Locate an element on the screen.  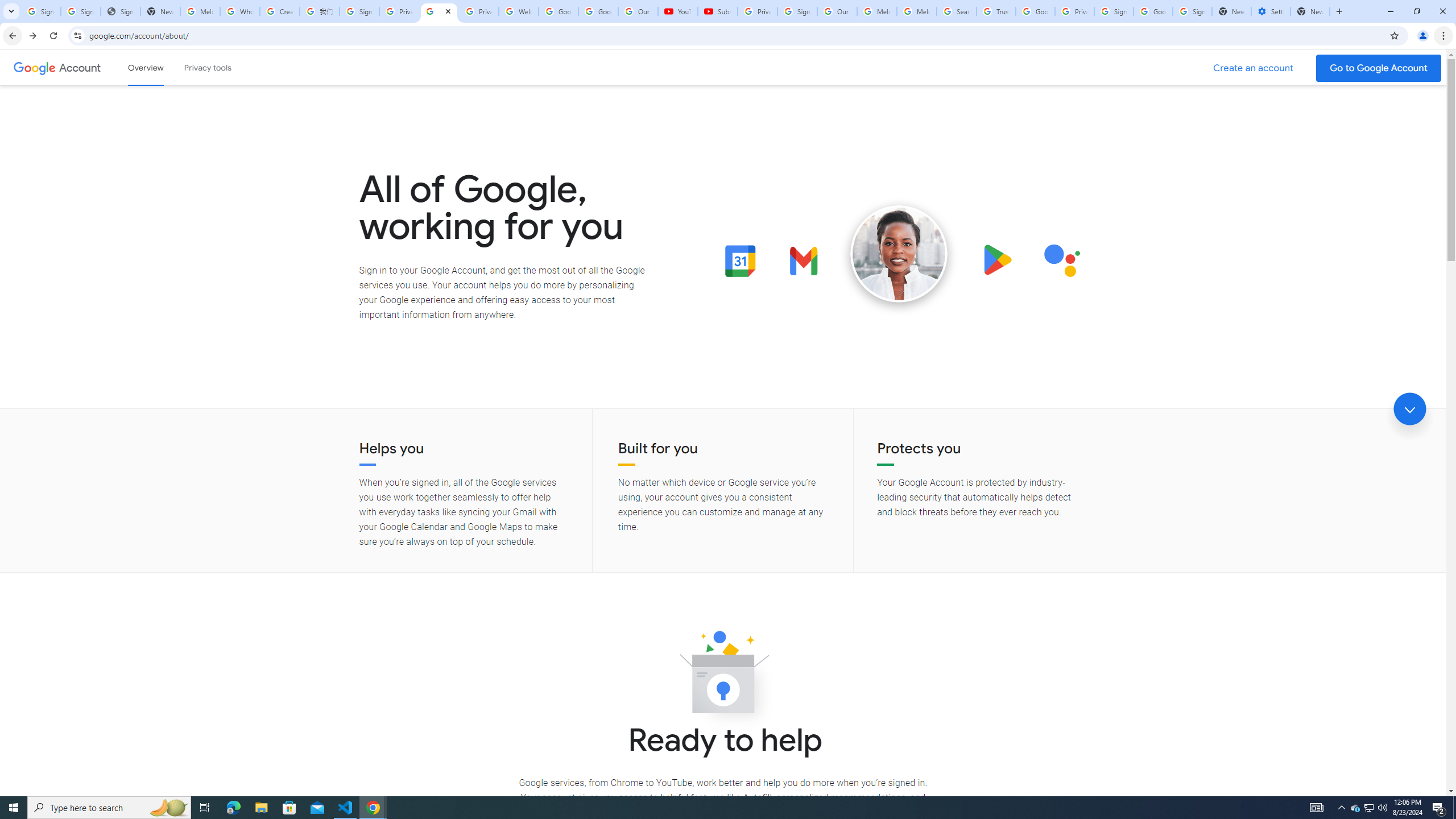
'Create a Google Account' is located at coordinates (1254, 68).